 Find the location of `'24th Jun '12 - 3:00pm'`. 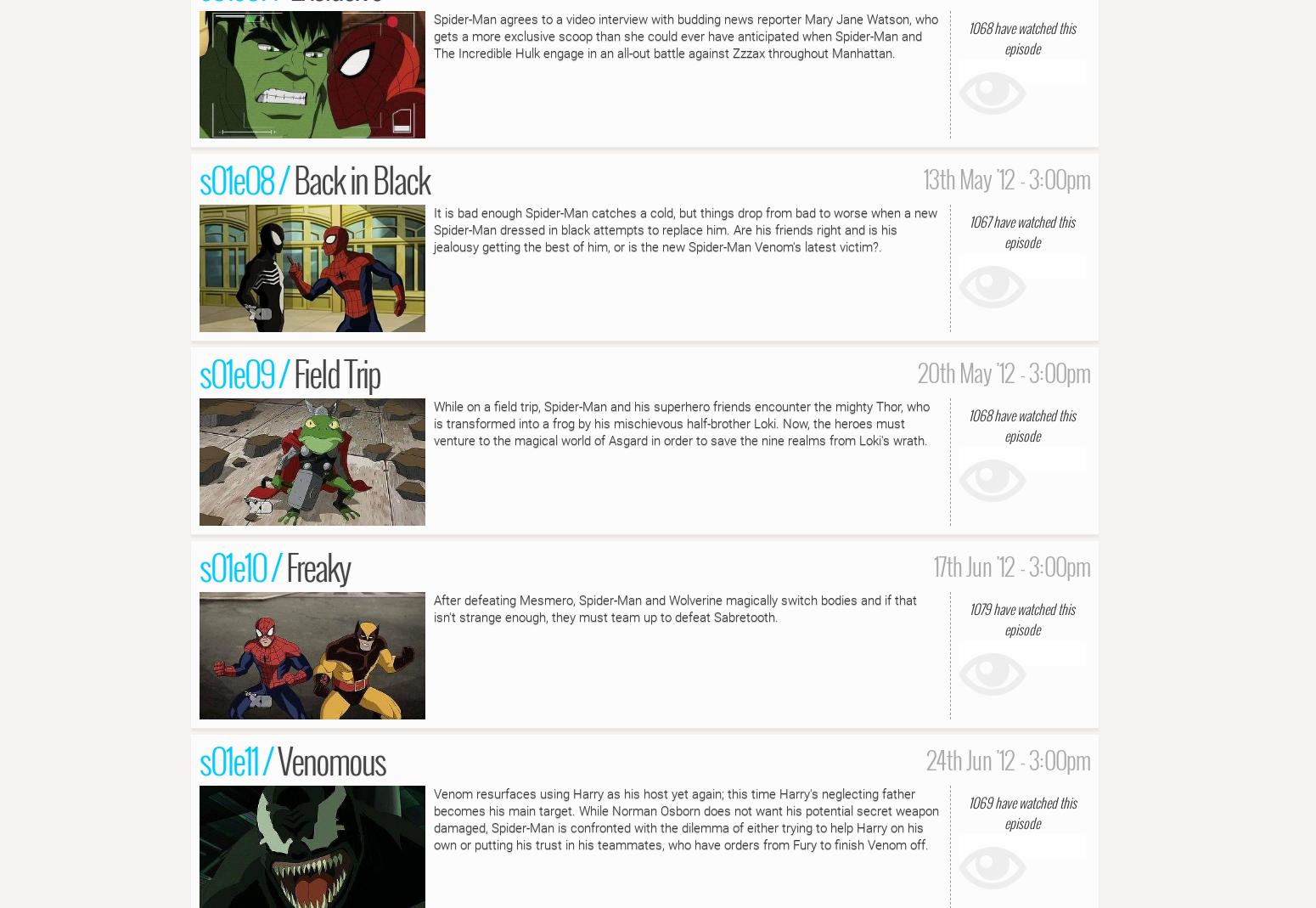

'24th Jun '12 - 3:00pm' is located at coordinates (1008, 758).